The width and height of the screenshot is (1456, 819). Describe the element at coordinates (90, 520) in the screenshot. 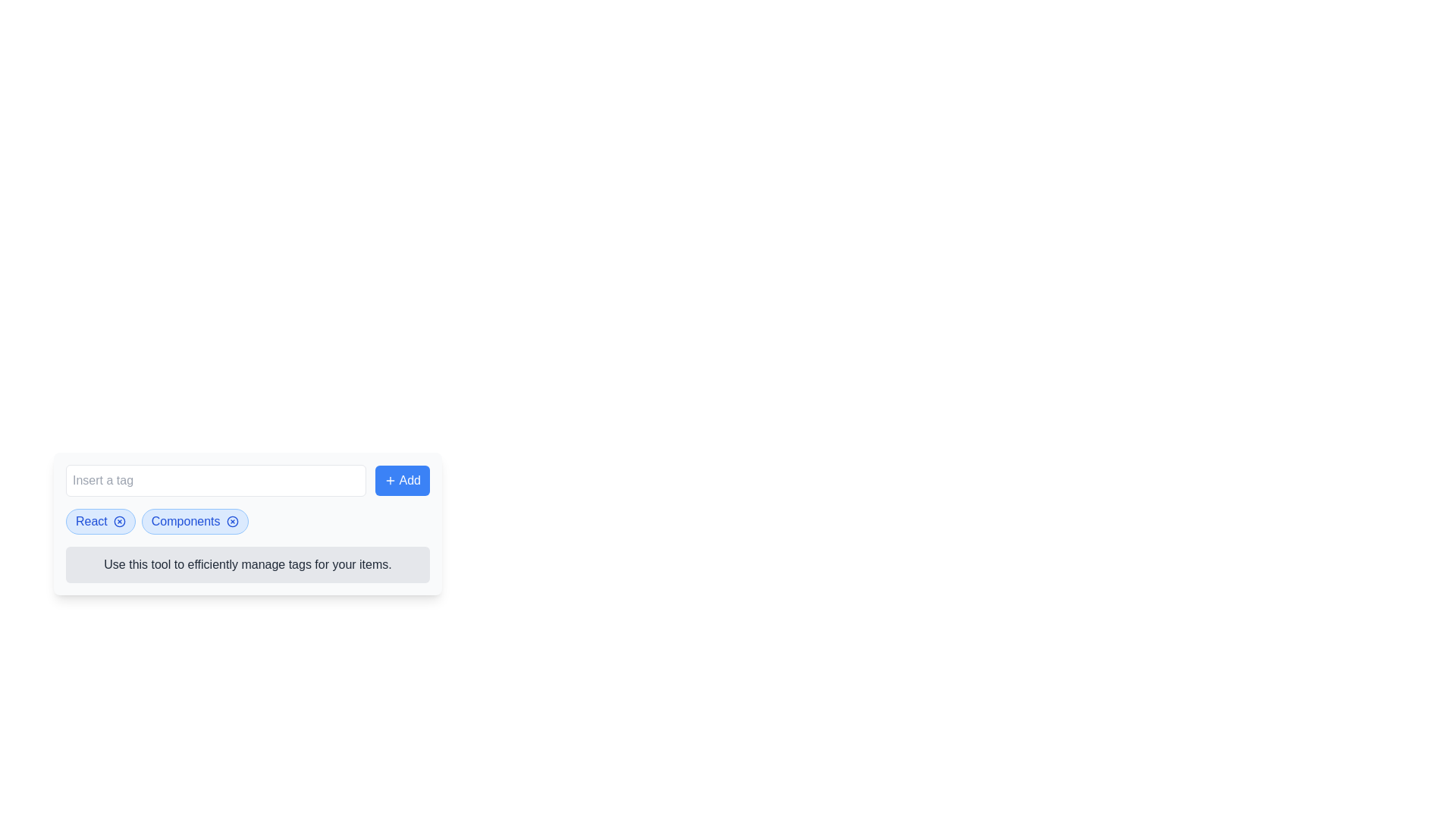

I see `on the blue-colored text label reading 'React' in a bold font within a pill-shaped tag` at that location.